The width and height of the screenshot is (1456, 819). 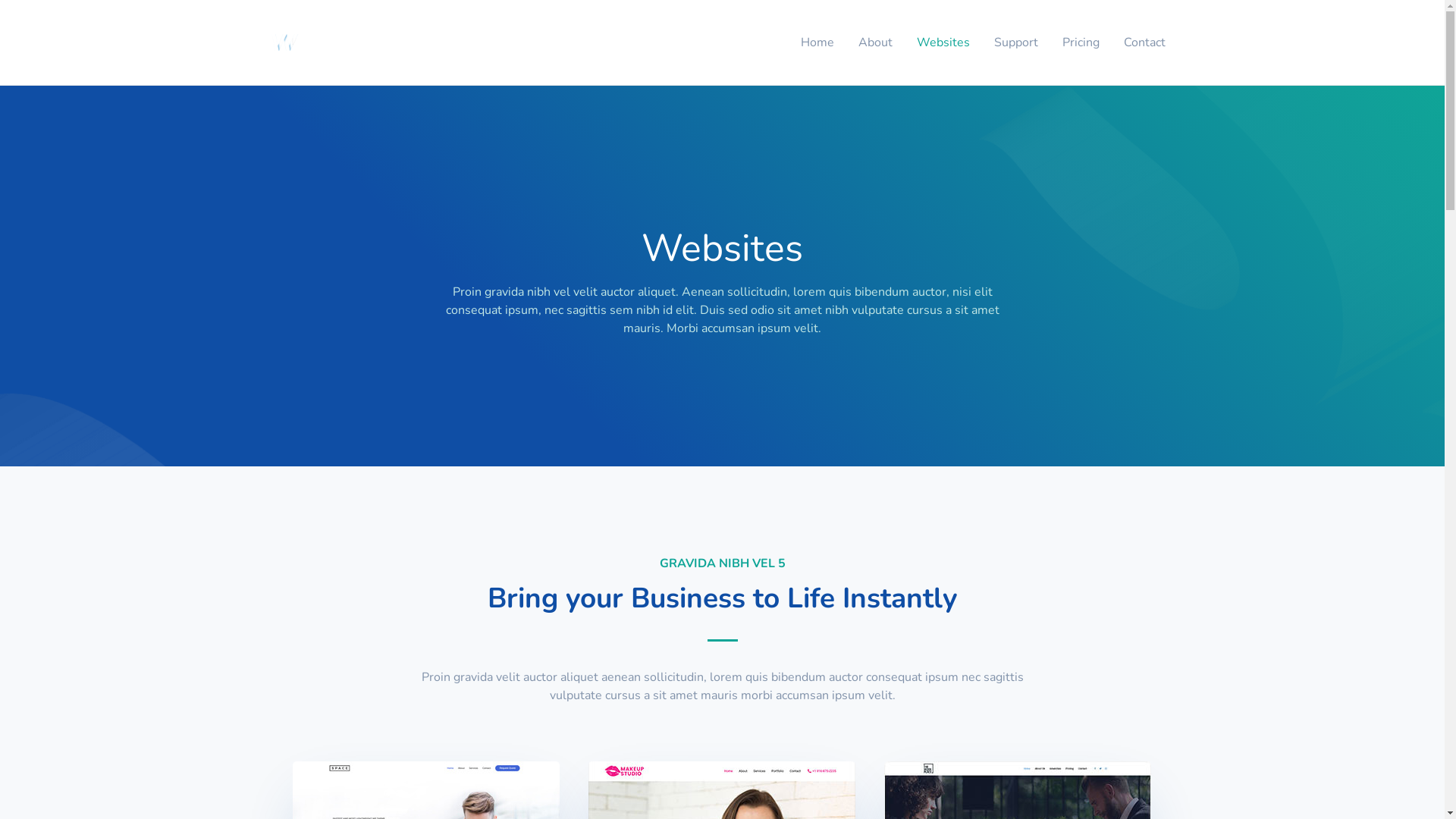 I want to click on 'Pricing', so click(x=1079, y=42).